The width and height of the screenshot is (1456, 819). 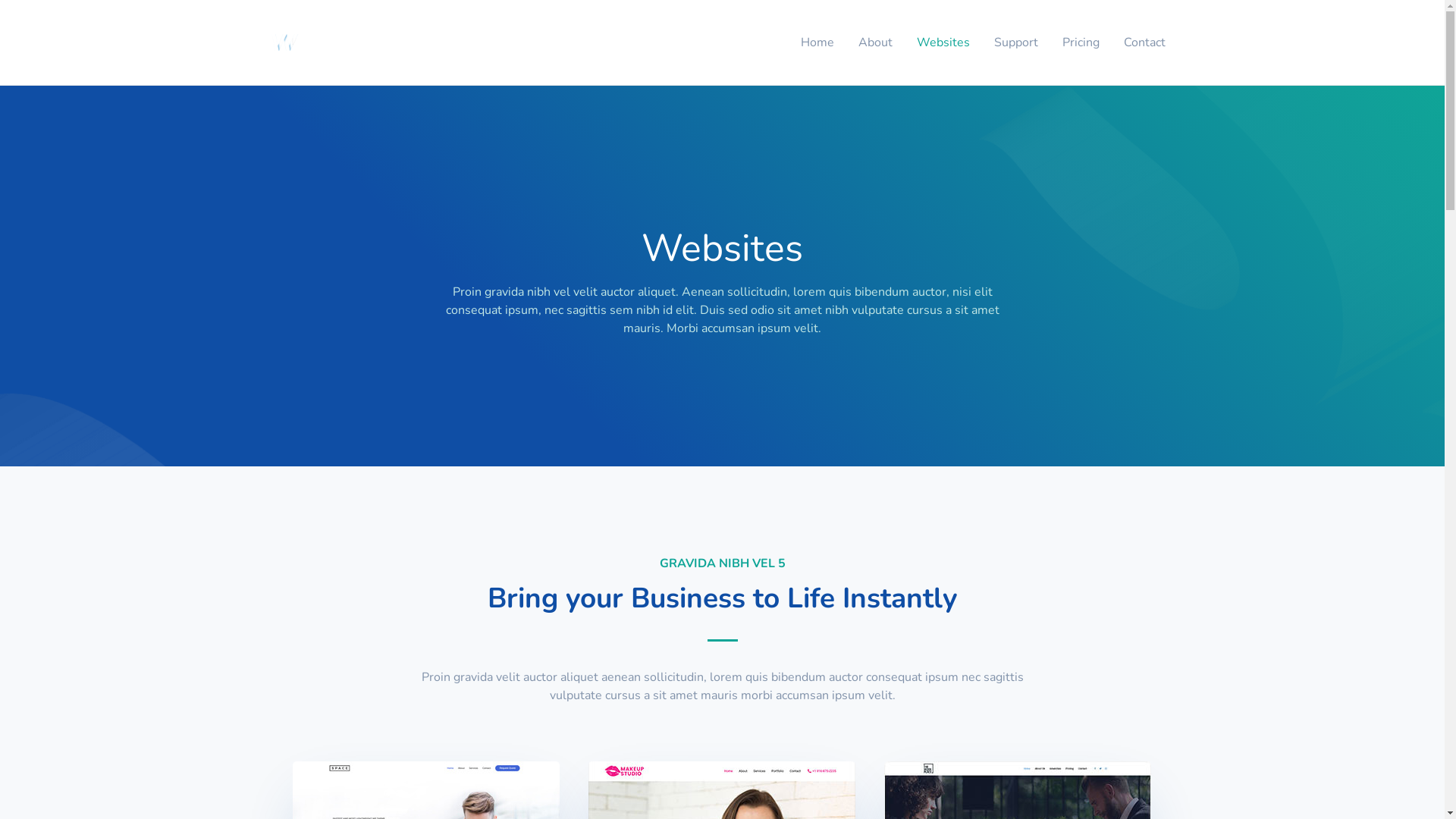 I want to click on 'Pricing', so click(x=1079, y=42).